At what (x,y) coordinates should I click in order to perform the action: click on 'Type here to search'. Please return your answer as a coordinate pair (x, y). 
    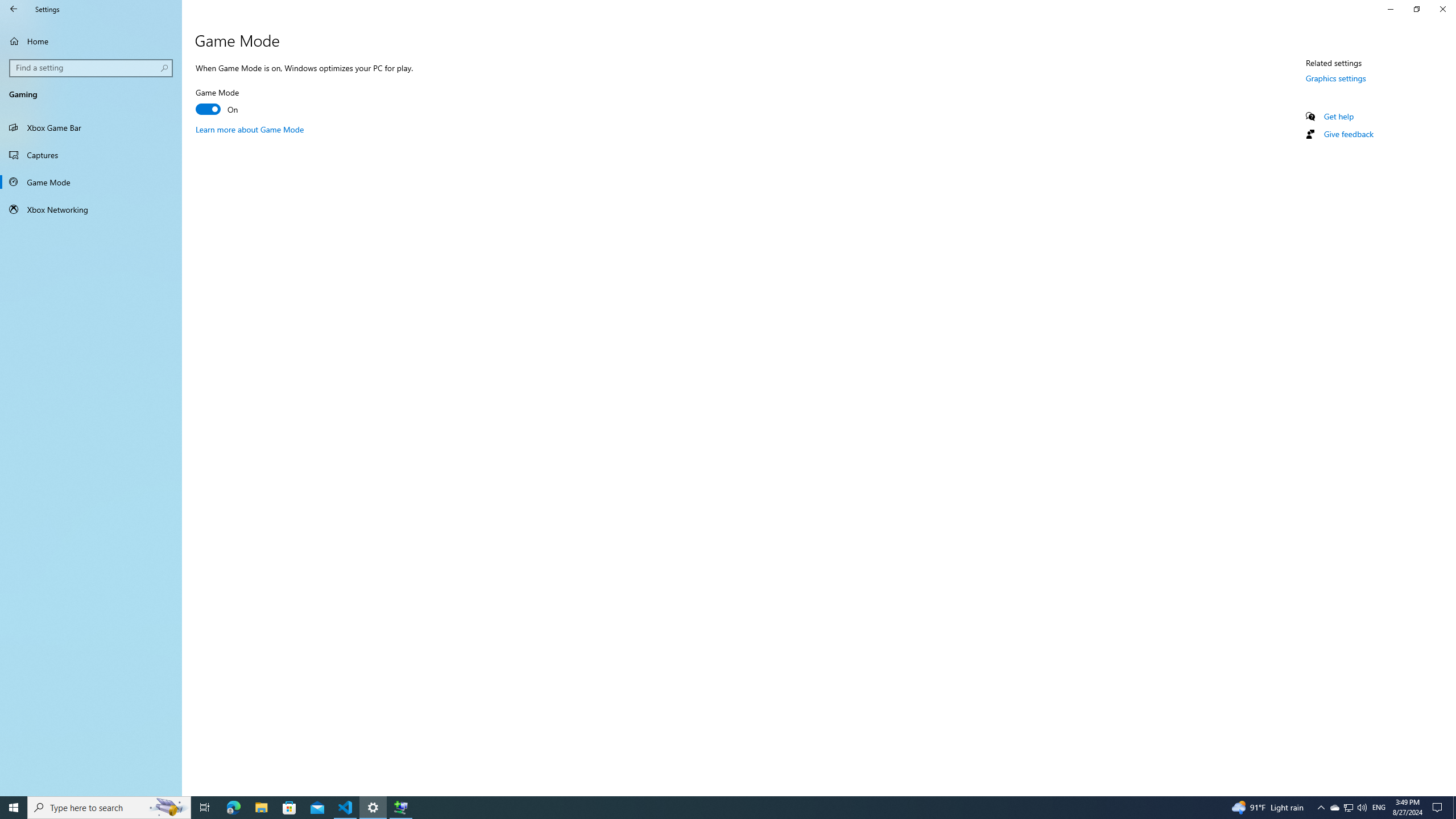
    Looking at the image, I should click on (109, 806).